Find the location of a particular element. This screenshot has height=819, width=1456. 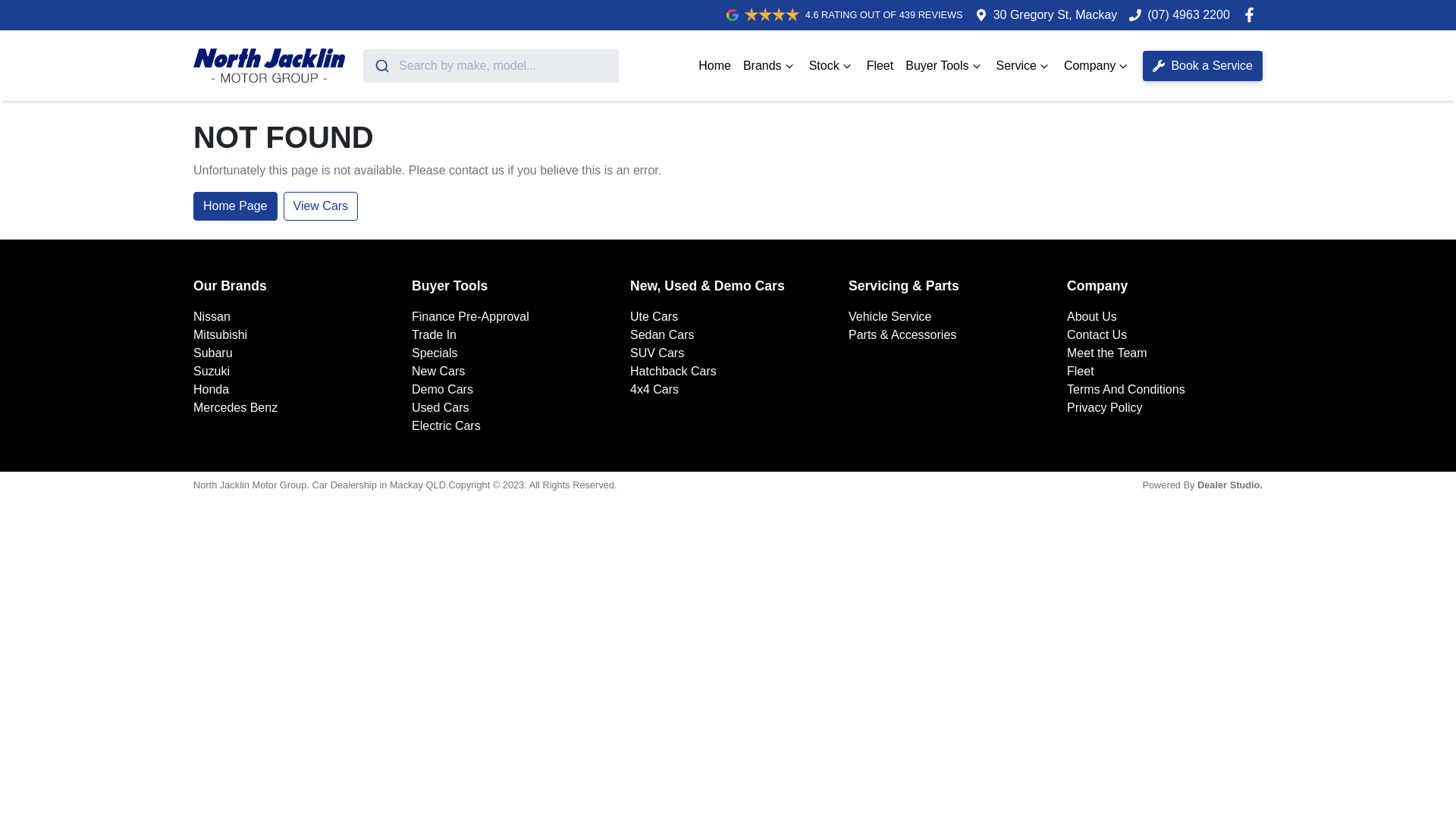

'(07) 4963 2200' is located at coordinates (1147, 14).